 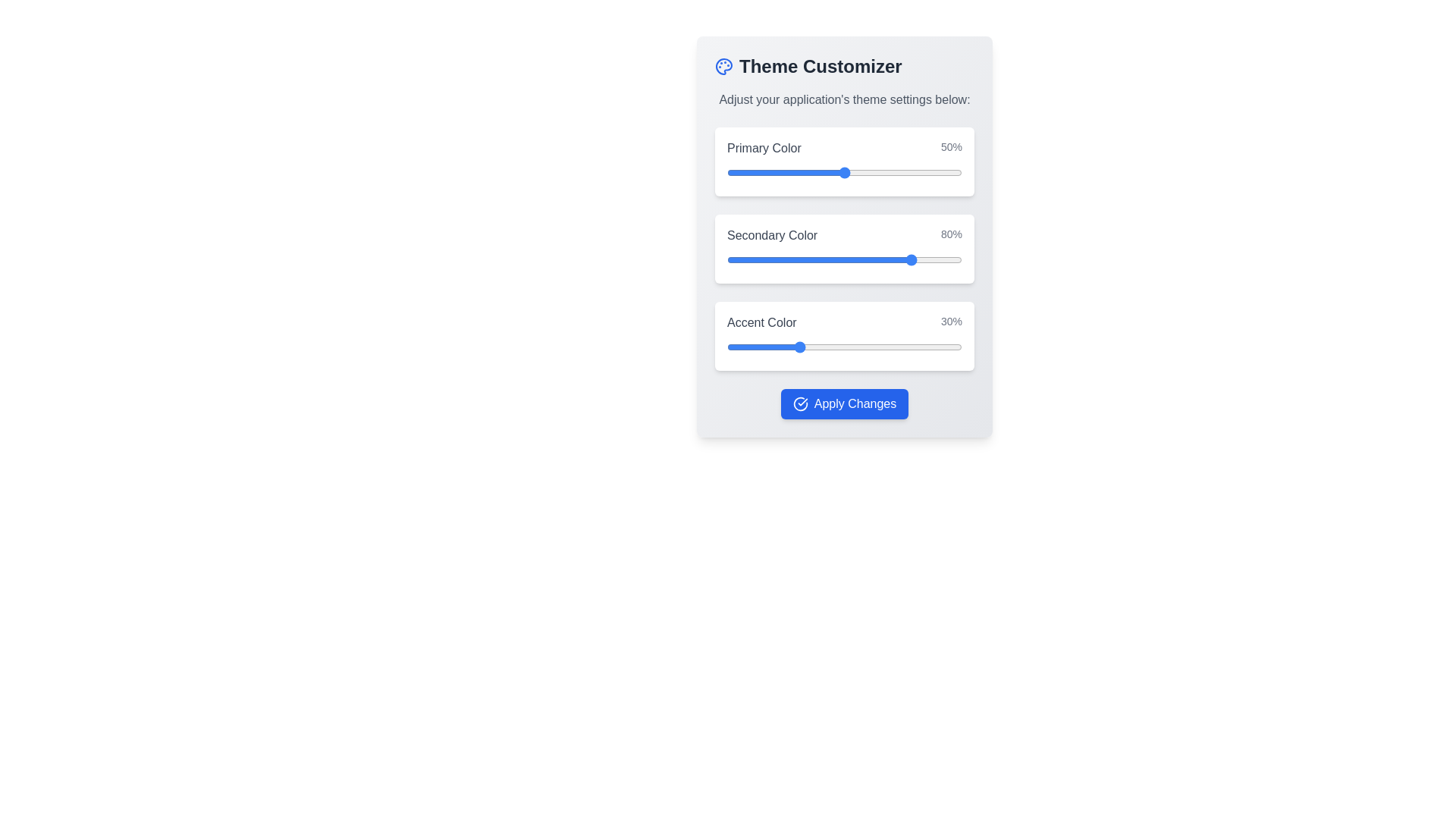 What do you see at coordinates (739, 347) in the screenshot?
I see `the accent color percentage` at bounding box center [739, 347].